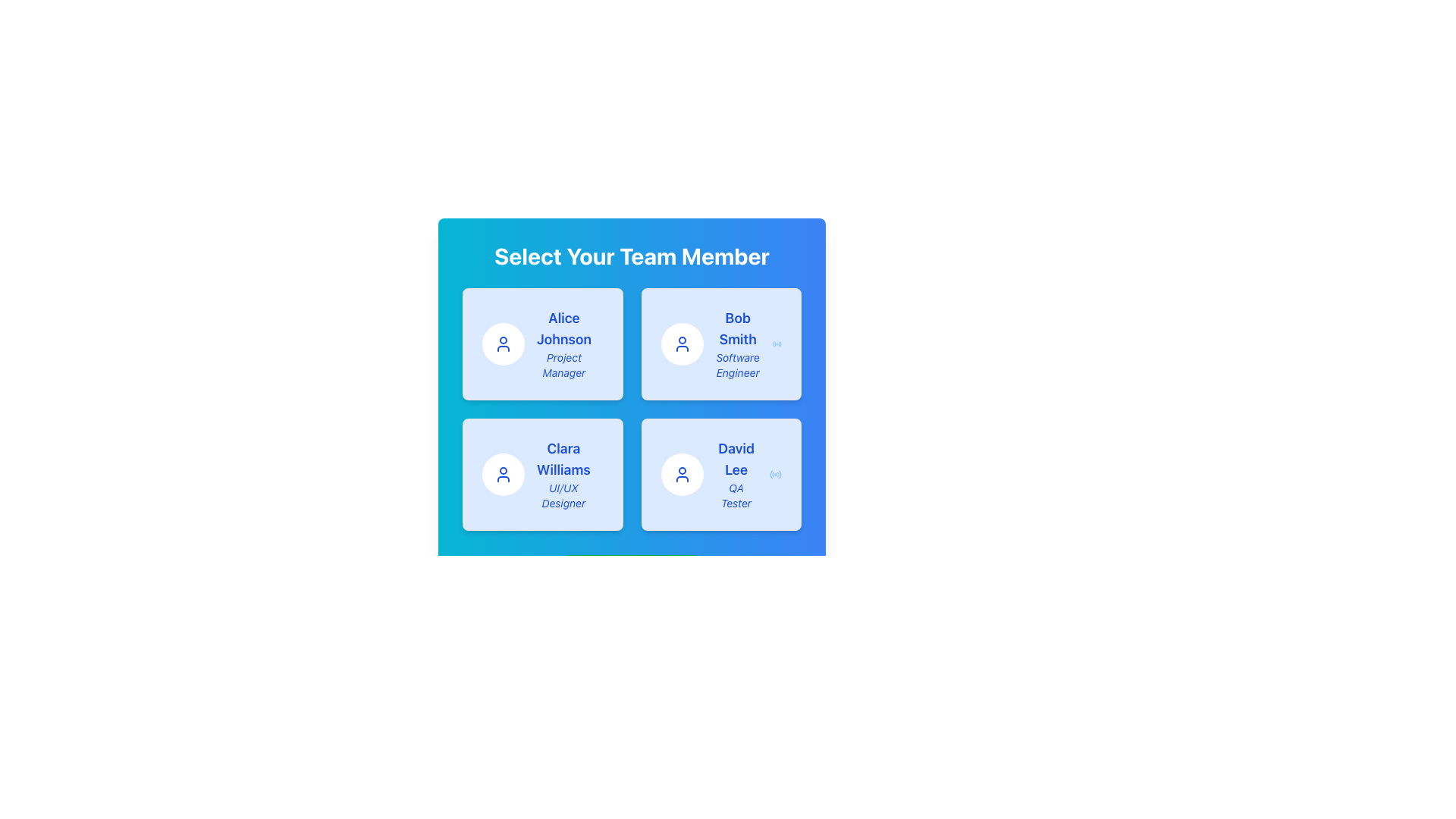  Describe the element at coordinates (738, 328) in the screenshot. I see `the text label displaying 'Bob Smith' in bold font, located in the first row and second column of the grid layout within the 'Select Your Team Member' dialog` at that location.